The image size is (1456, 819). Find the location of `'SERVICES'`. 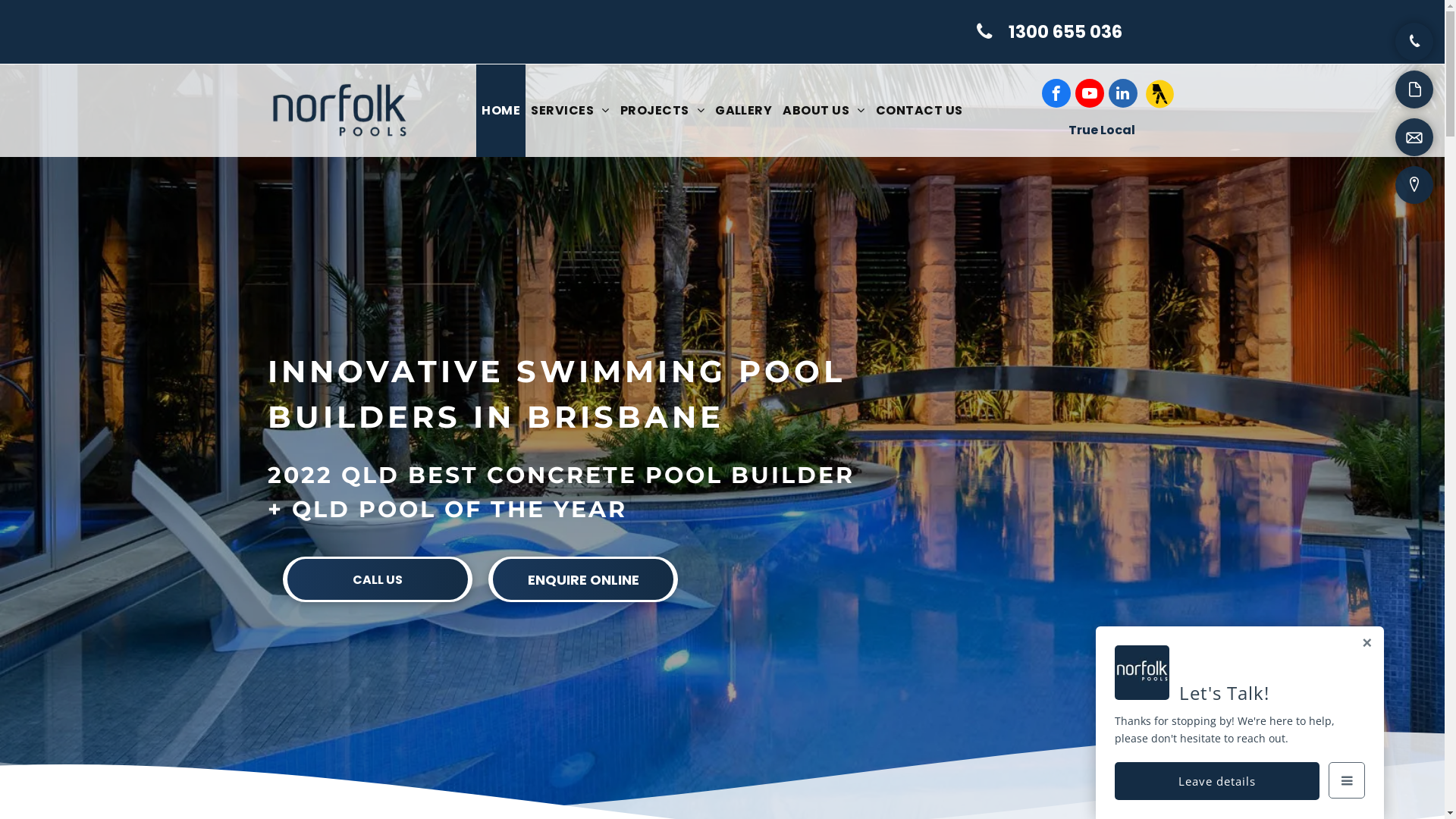

'SERVICES' is located at coordinates (569, 110).